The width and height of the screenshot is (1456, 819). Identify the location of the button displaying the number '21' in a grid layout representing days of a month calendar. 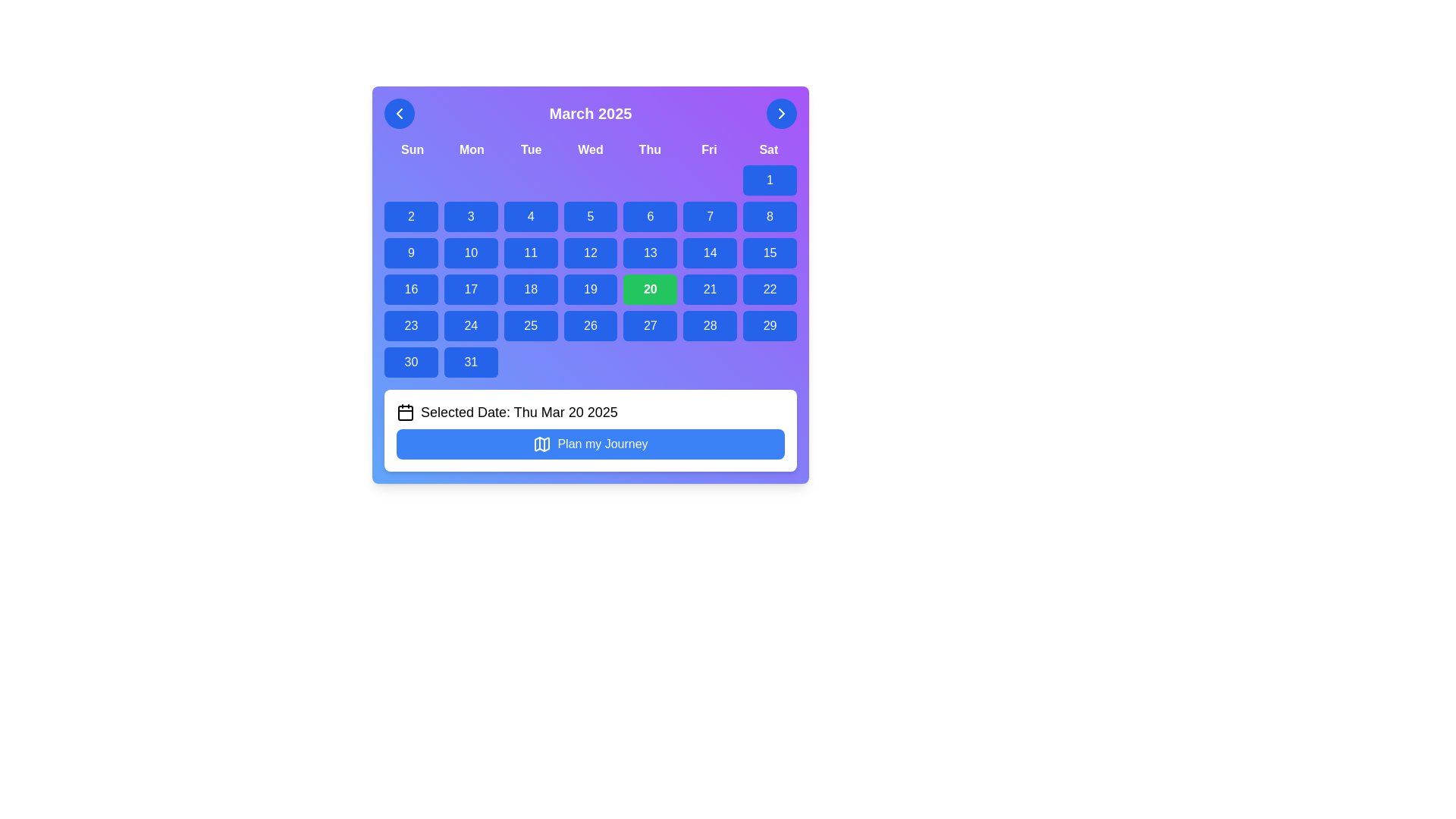
(709, 289).